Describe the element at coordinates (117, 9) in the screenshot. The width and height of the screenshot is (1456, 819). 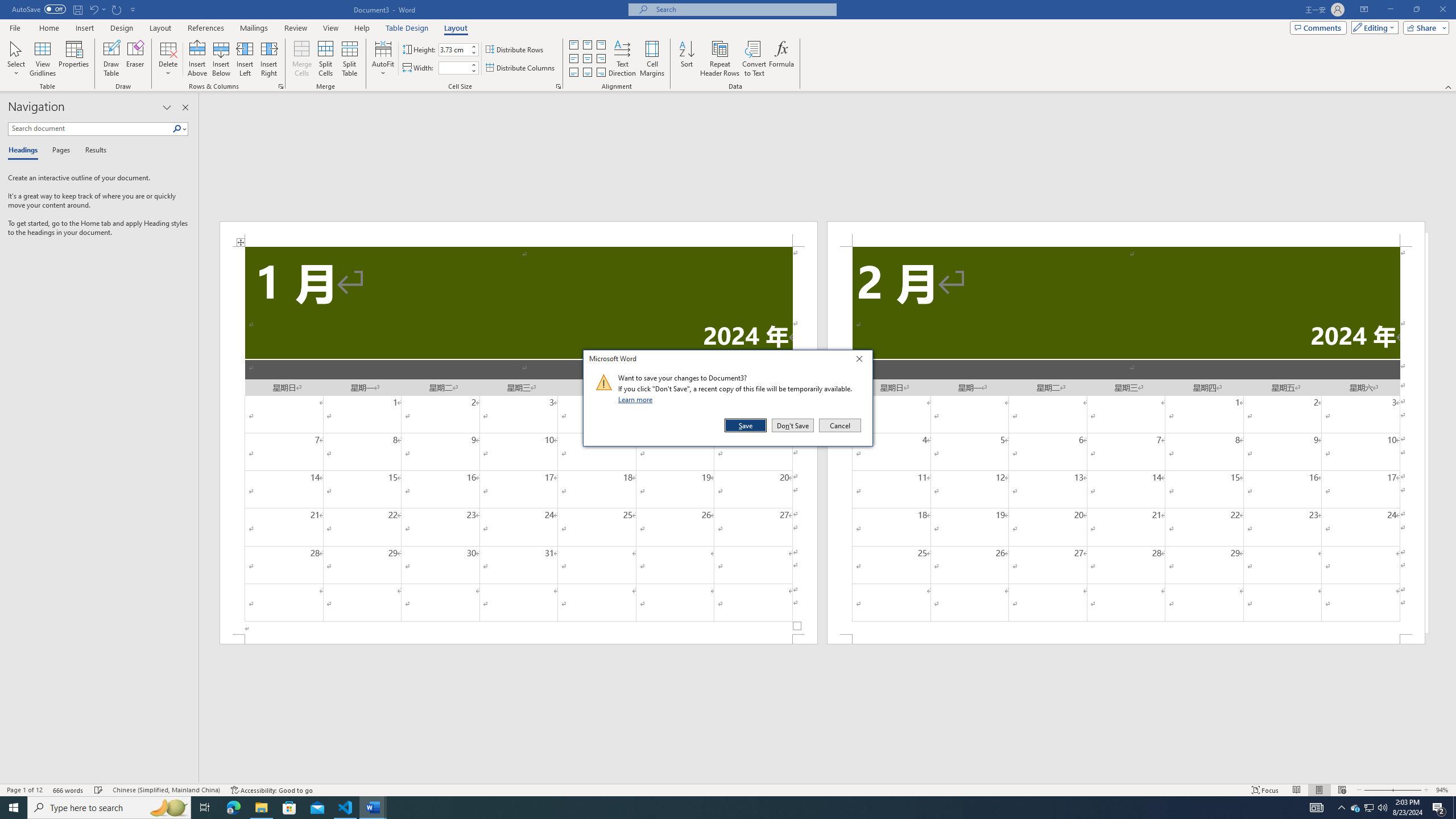
I see `'Repeat Doc Close'` at that location.